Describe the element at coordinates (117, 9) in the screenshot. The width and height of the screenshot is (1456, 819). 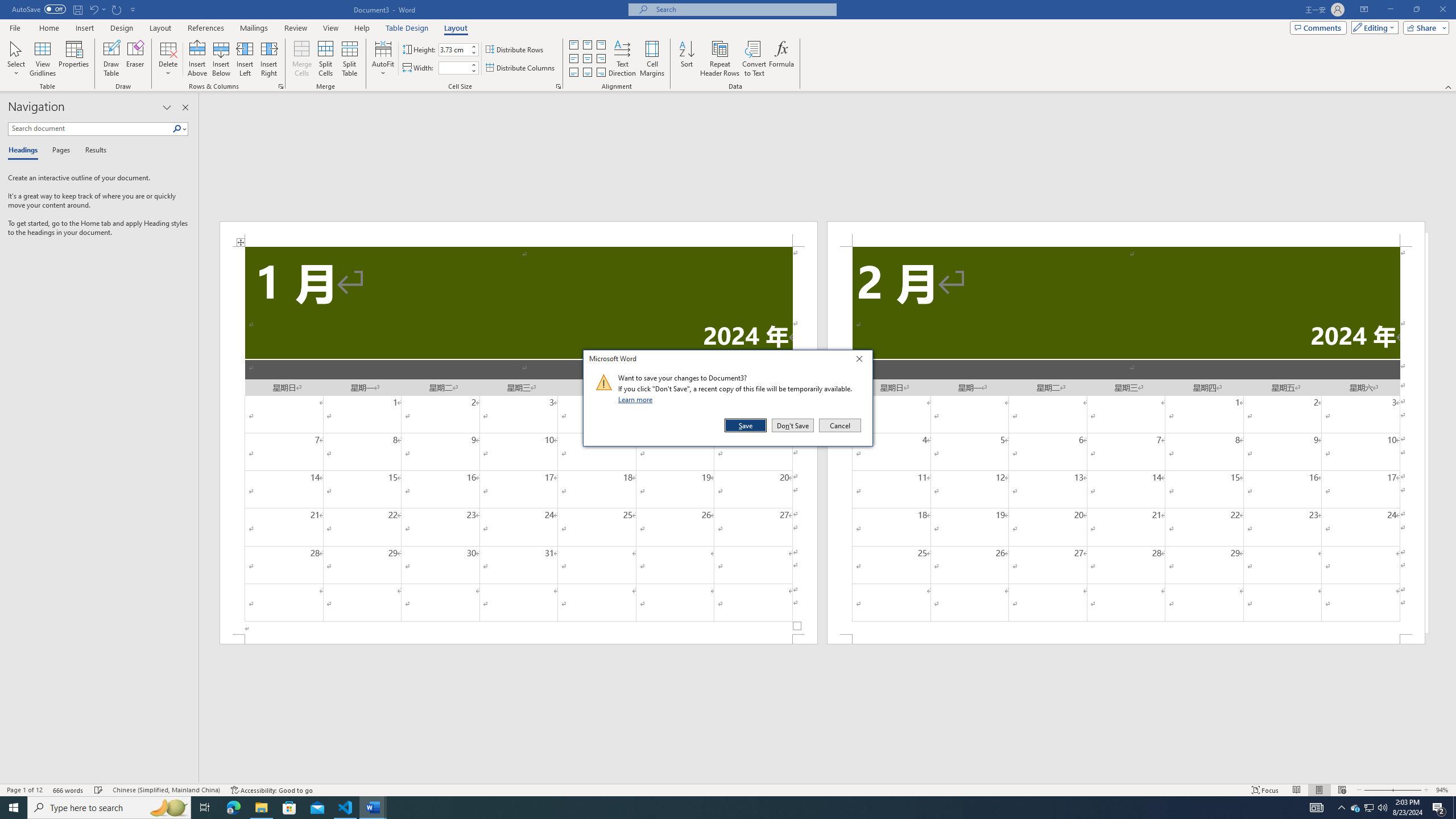
I see `'Repeat Doc Close'` at that location.